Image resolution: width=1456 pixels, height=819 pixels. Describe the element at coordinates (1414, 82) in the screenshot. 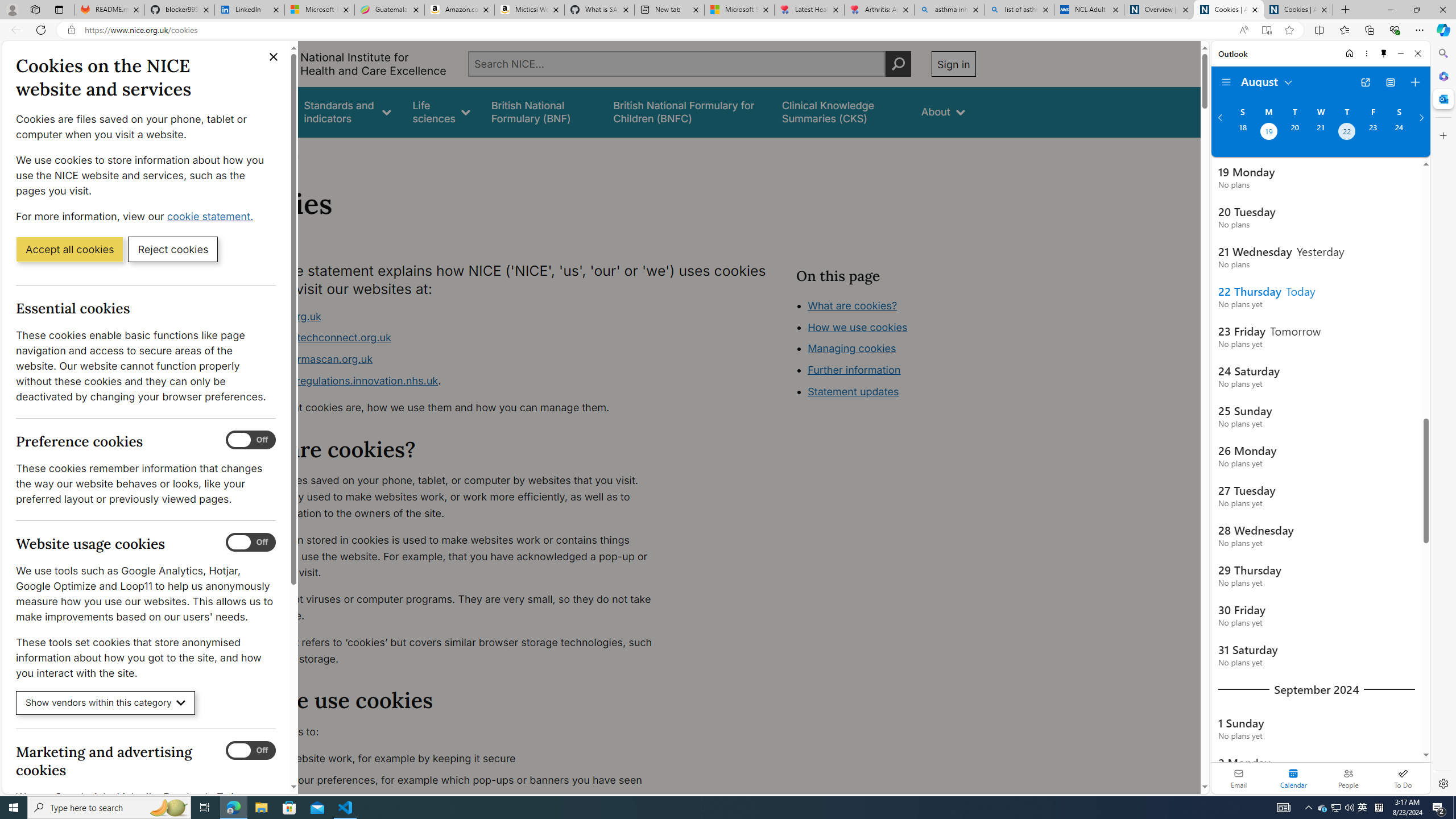

I see `'Create event'` at that location.